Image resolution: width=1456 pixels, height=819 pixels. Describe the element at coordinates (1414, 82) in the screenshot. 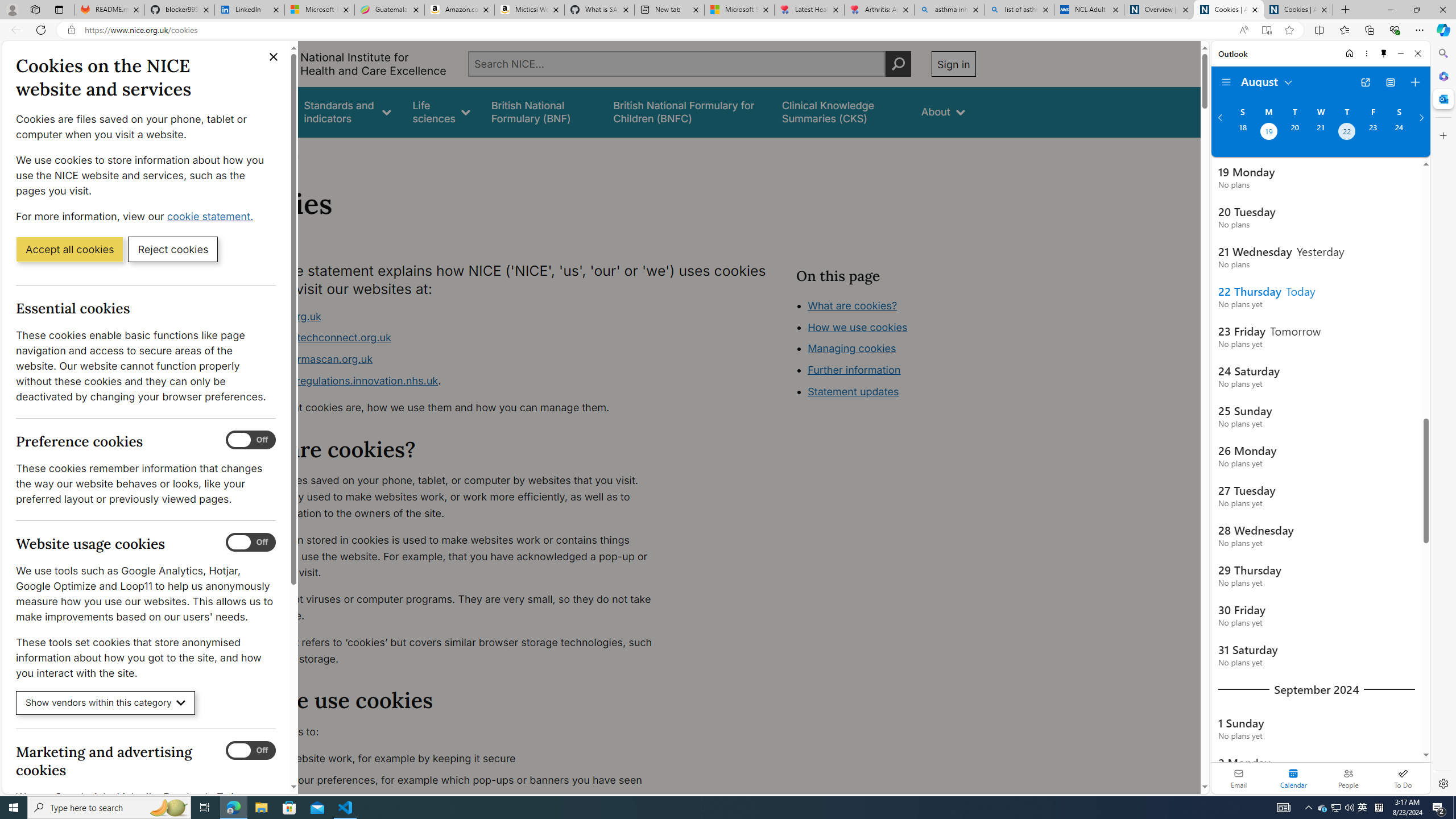

I see `'Create event'` at that location.